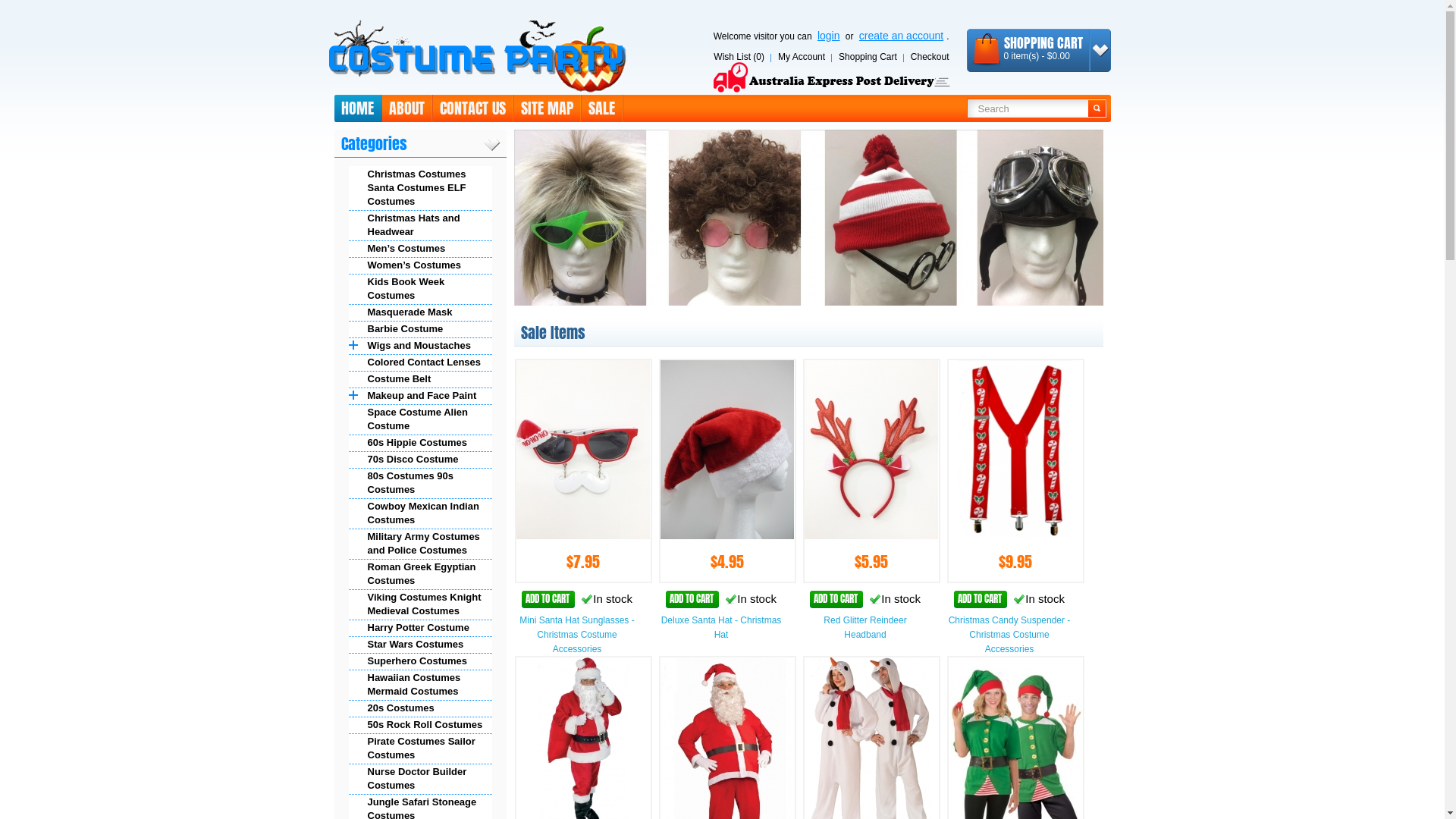  I want to click on 'Search', so click(1027, 107).